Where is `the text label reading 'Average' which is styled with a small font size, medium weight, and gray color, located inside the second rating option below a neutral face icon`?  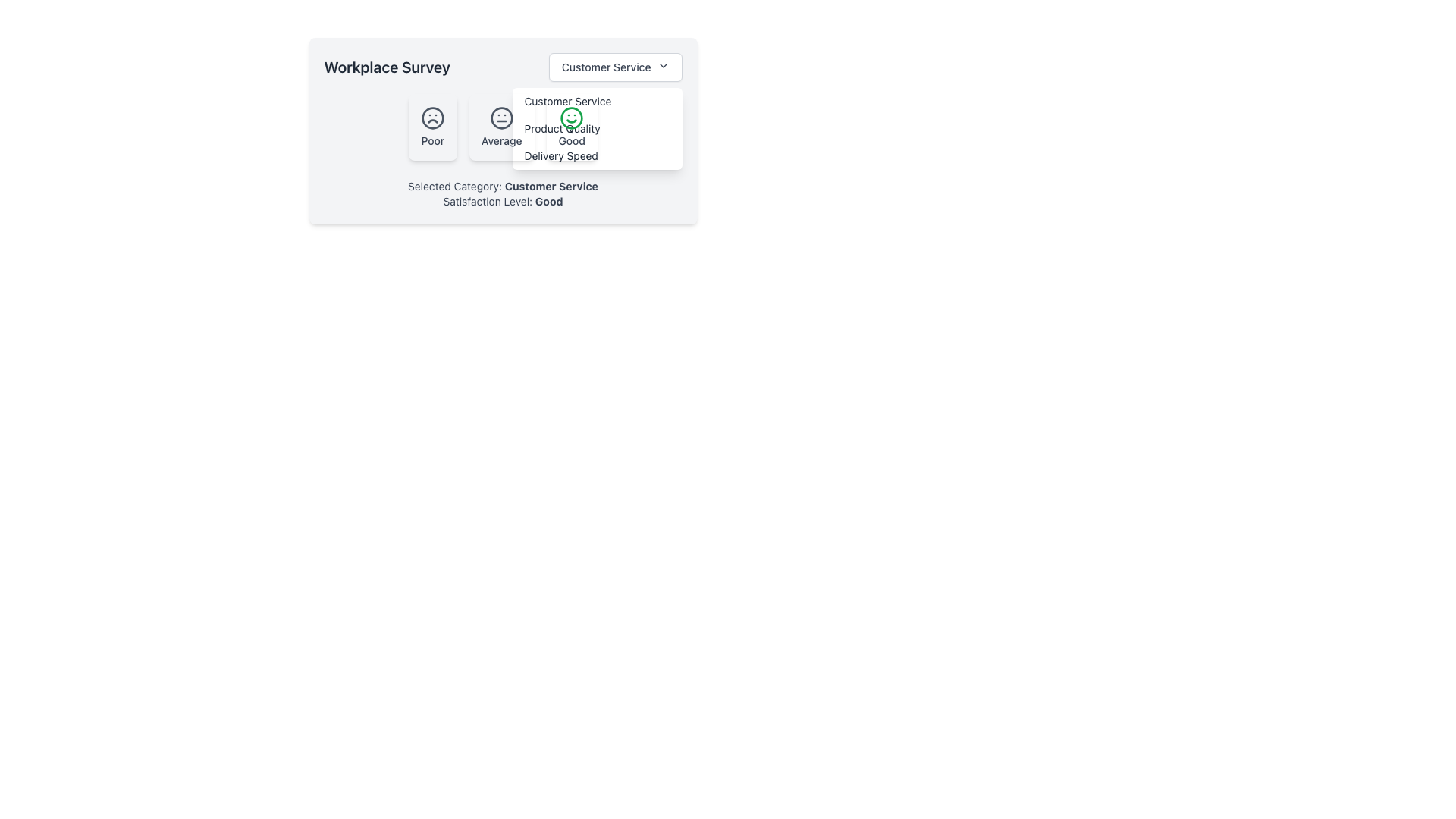 the text label reading 'Average' which is styled with a small font size, medium weight, and gray color, located inside the second rating option below a neutral face icon is located at coordinates (501, 140).